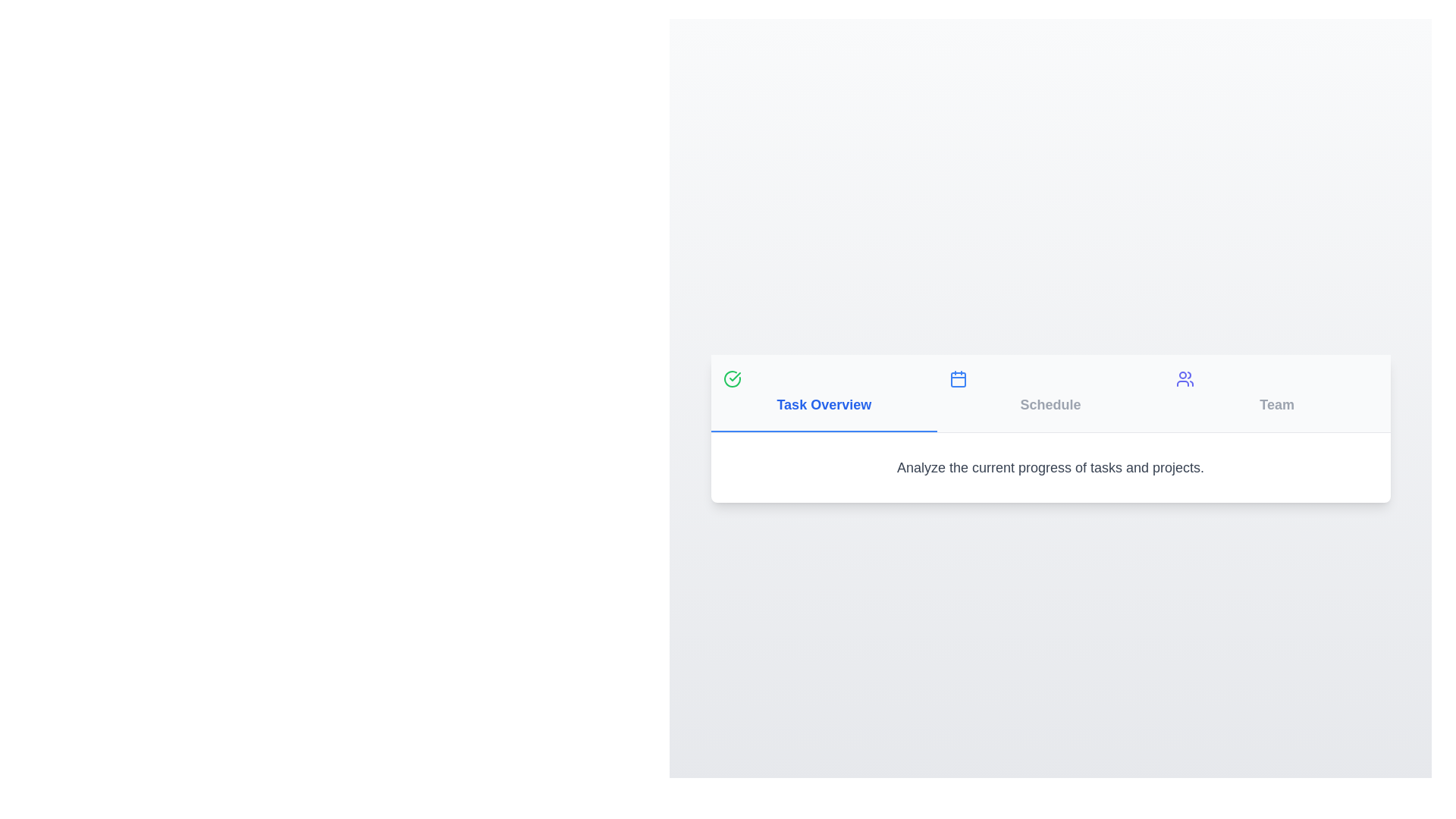 The width and height of the screenshot is (1456, 819). What do you see at coordinates (735, 456) in the screenshot?
I see `the text 'Analyze the current progress of tasks and projects.' and copy it to the clipboard` at bounding box center [735, 456].